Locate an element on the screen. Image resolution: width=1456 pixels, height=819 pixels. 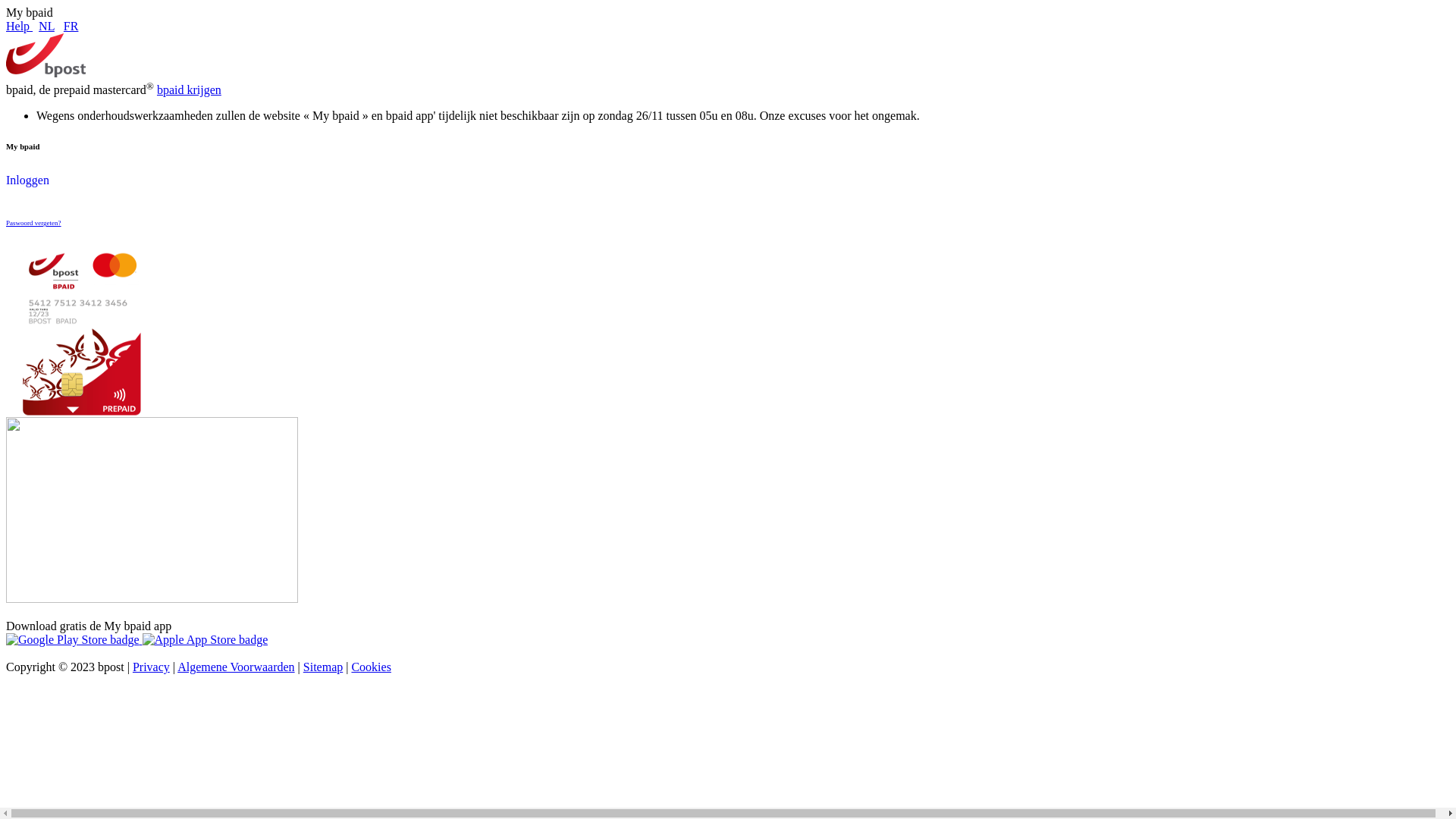
'Cookies' is located at coordinates (371, 666).